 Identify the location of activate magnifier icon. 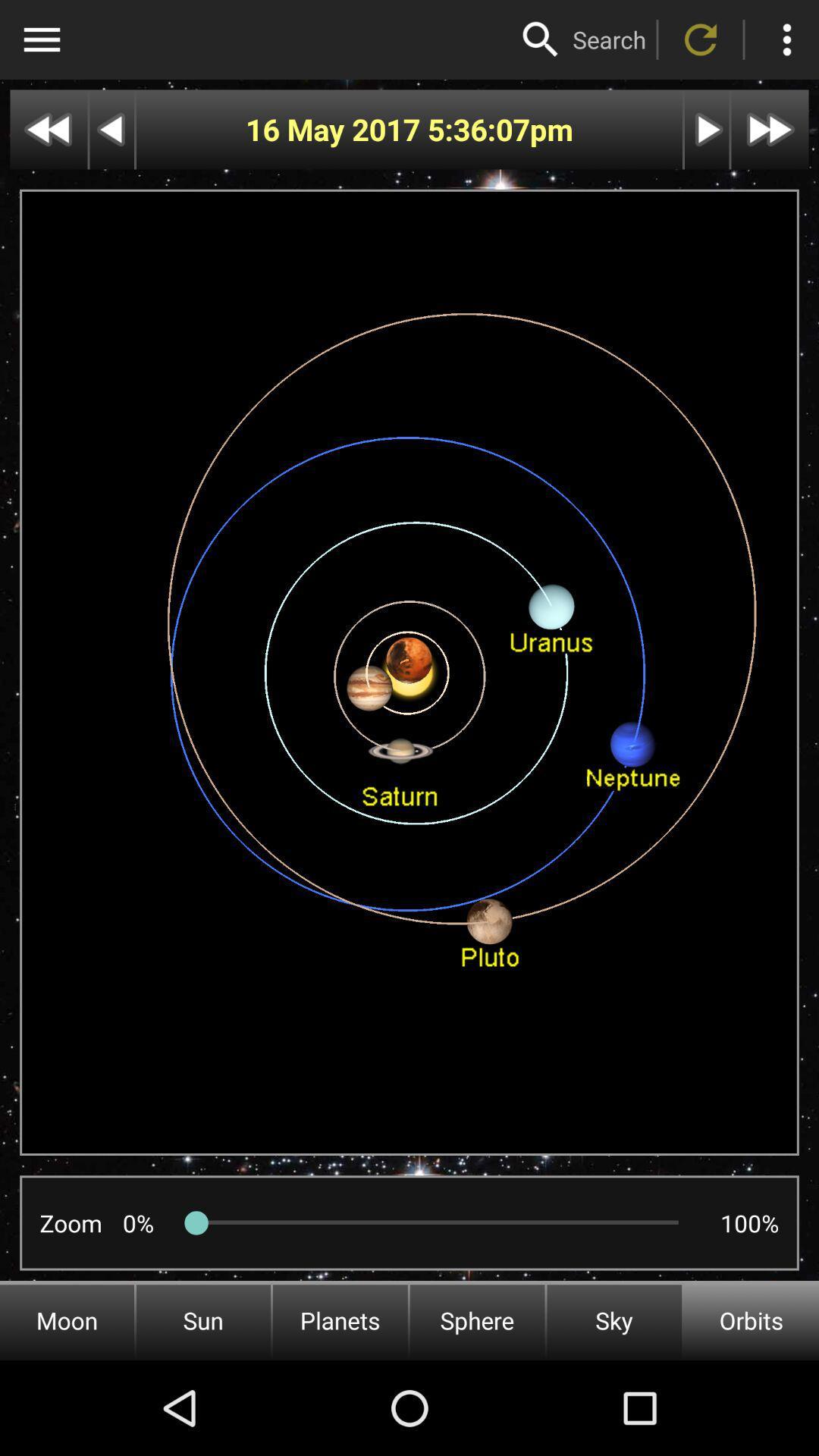
(540, 39).